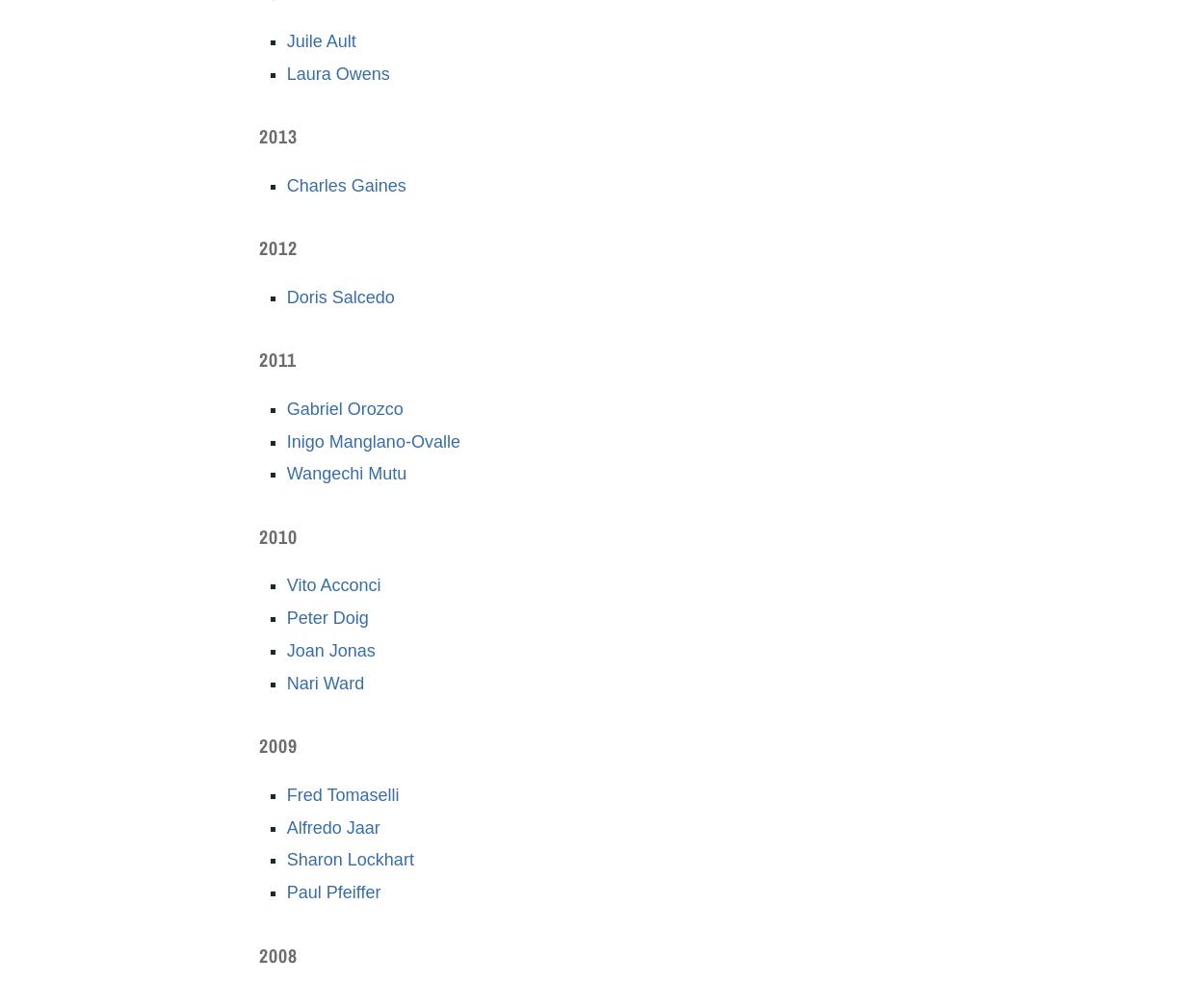  What do you see at coordinates (278, 954) in the screenshot?
I see `'2008'` at bounding box center [278, 954].